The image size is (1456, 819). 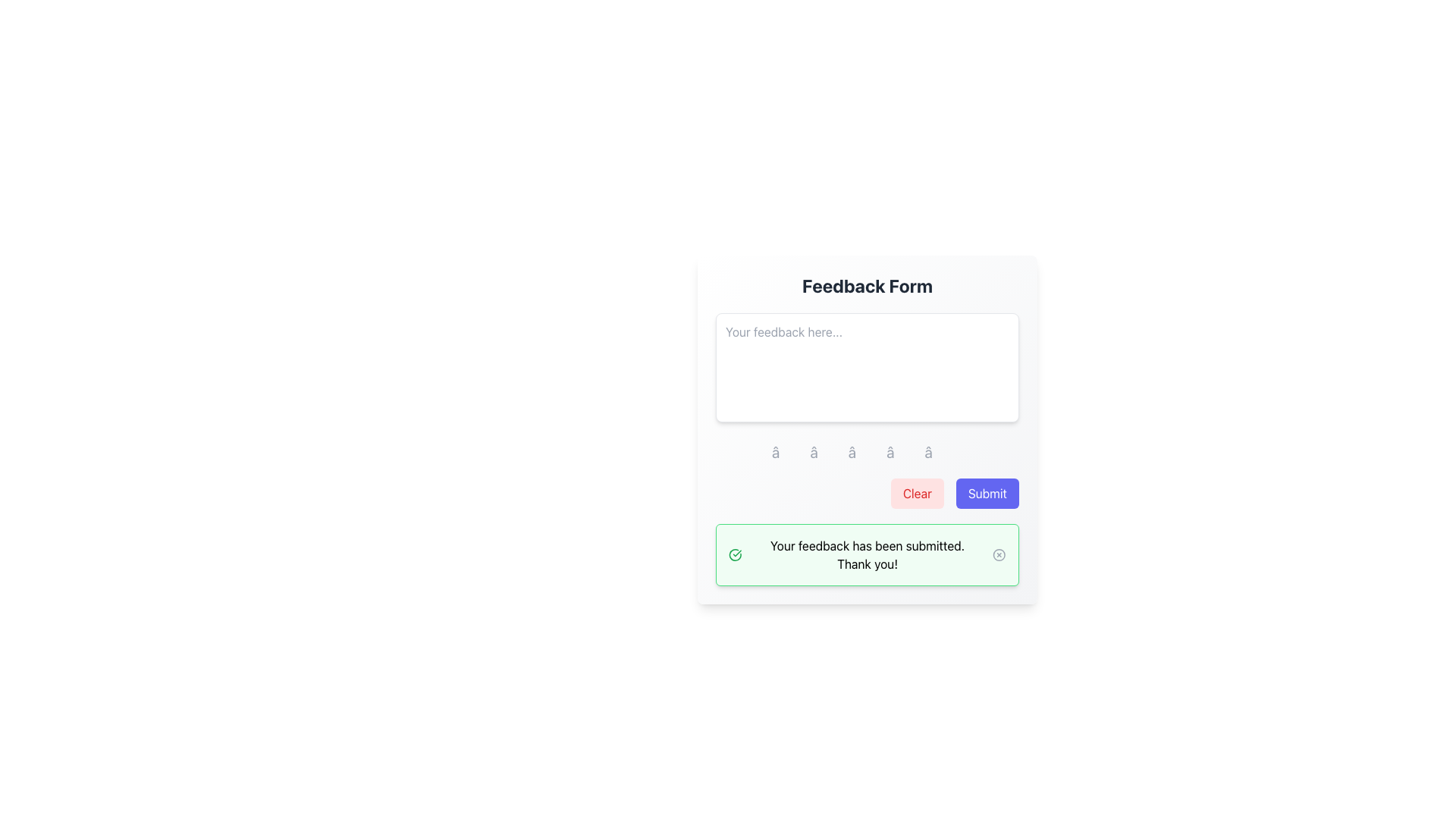 What do you see at coordinates (987, 494) in the screenshot?
I see `the submit button located to the right of the 'Clear' button` at bounding box center [987, 494].